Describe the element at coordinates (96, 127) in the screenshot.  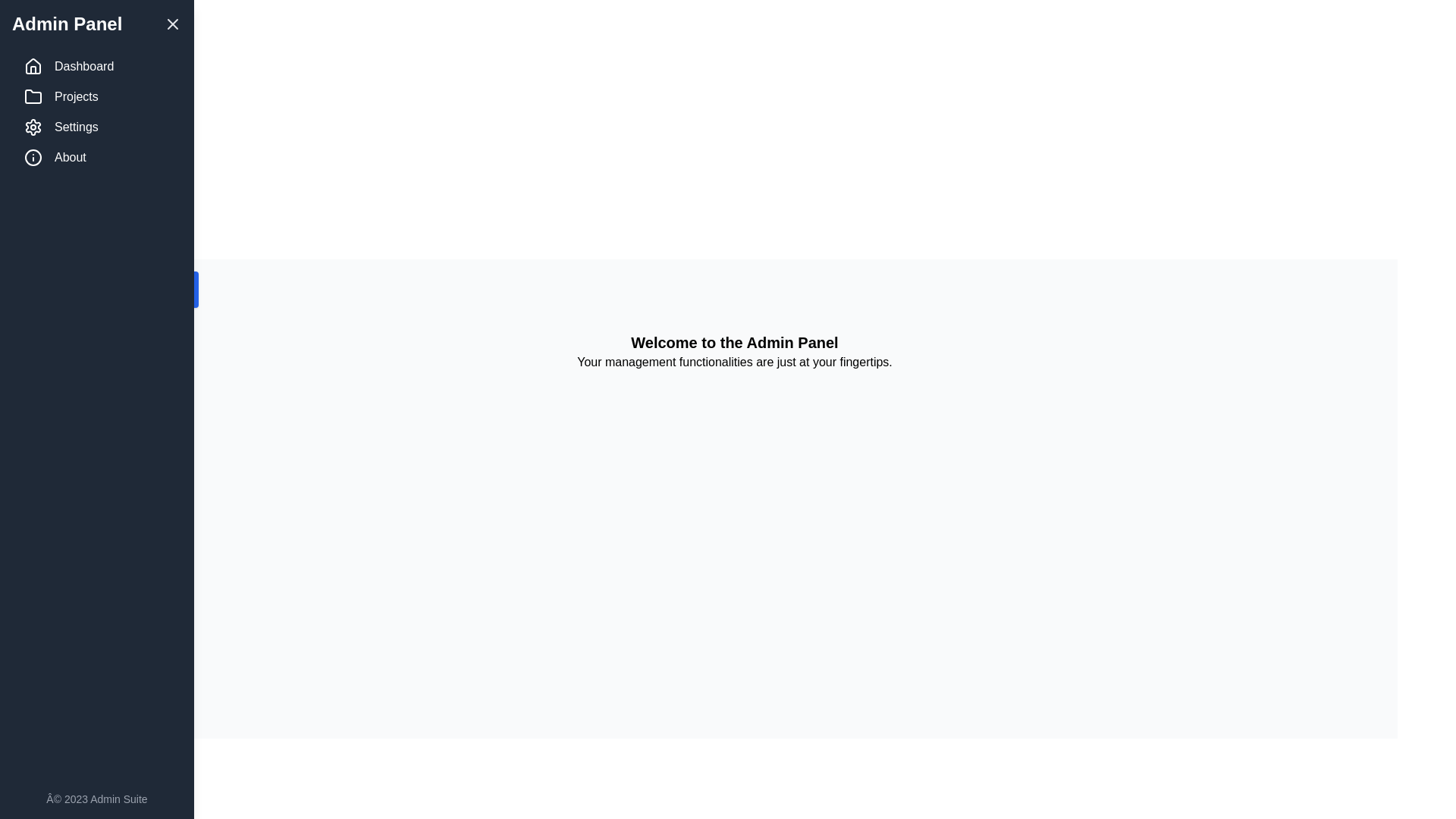
I see `the third item in the sidebar navigation menu, which is the Navigation Link` at that location.